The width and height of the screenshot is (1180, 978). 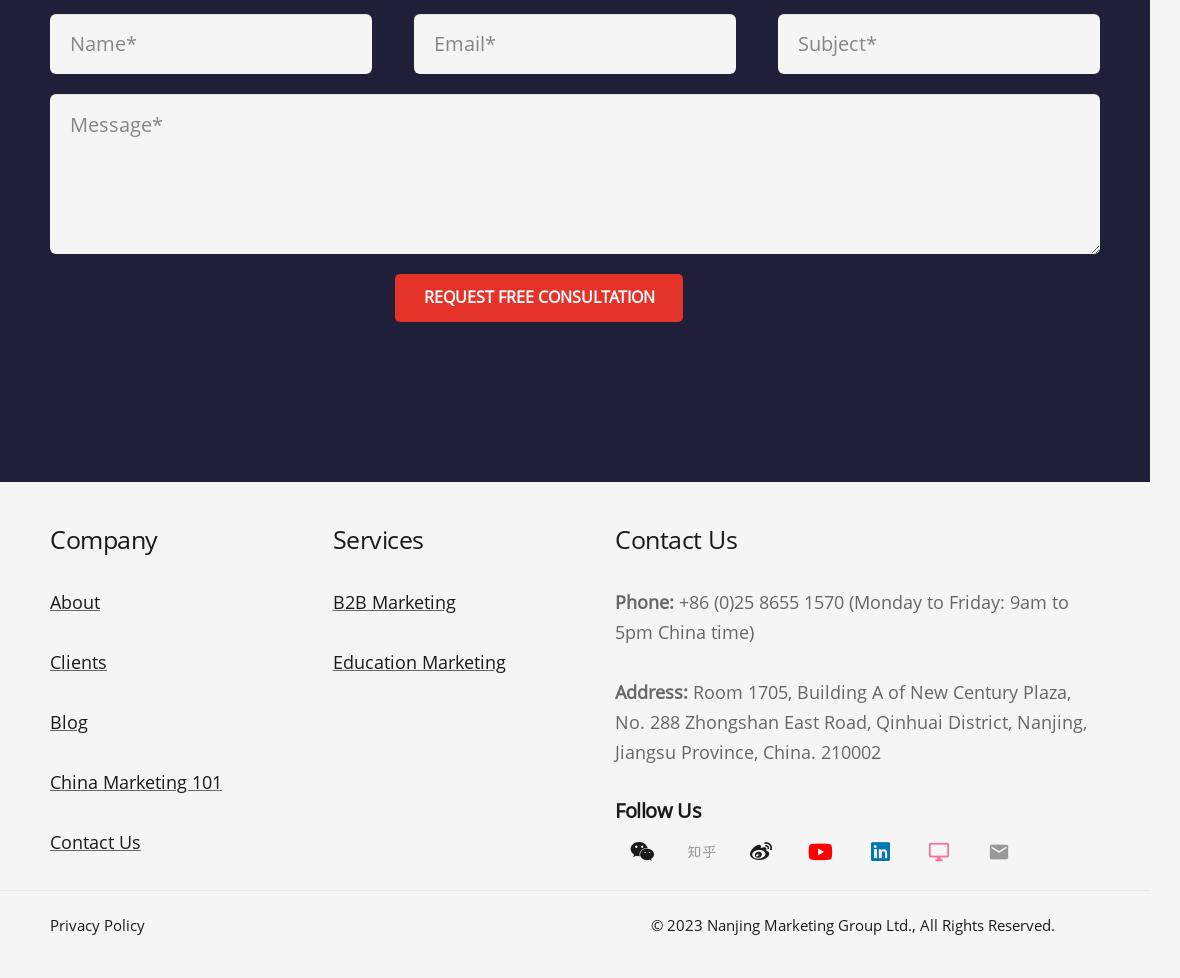 What do you see at coordinates (851, 923) in the screenshot?
I see `'© 2023 Nanjing Marketing Group Ltd., All Rights Reserved.'` at bounding box center [851, 923].